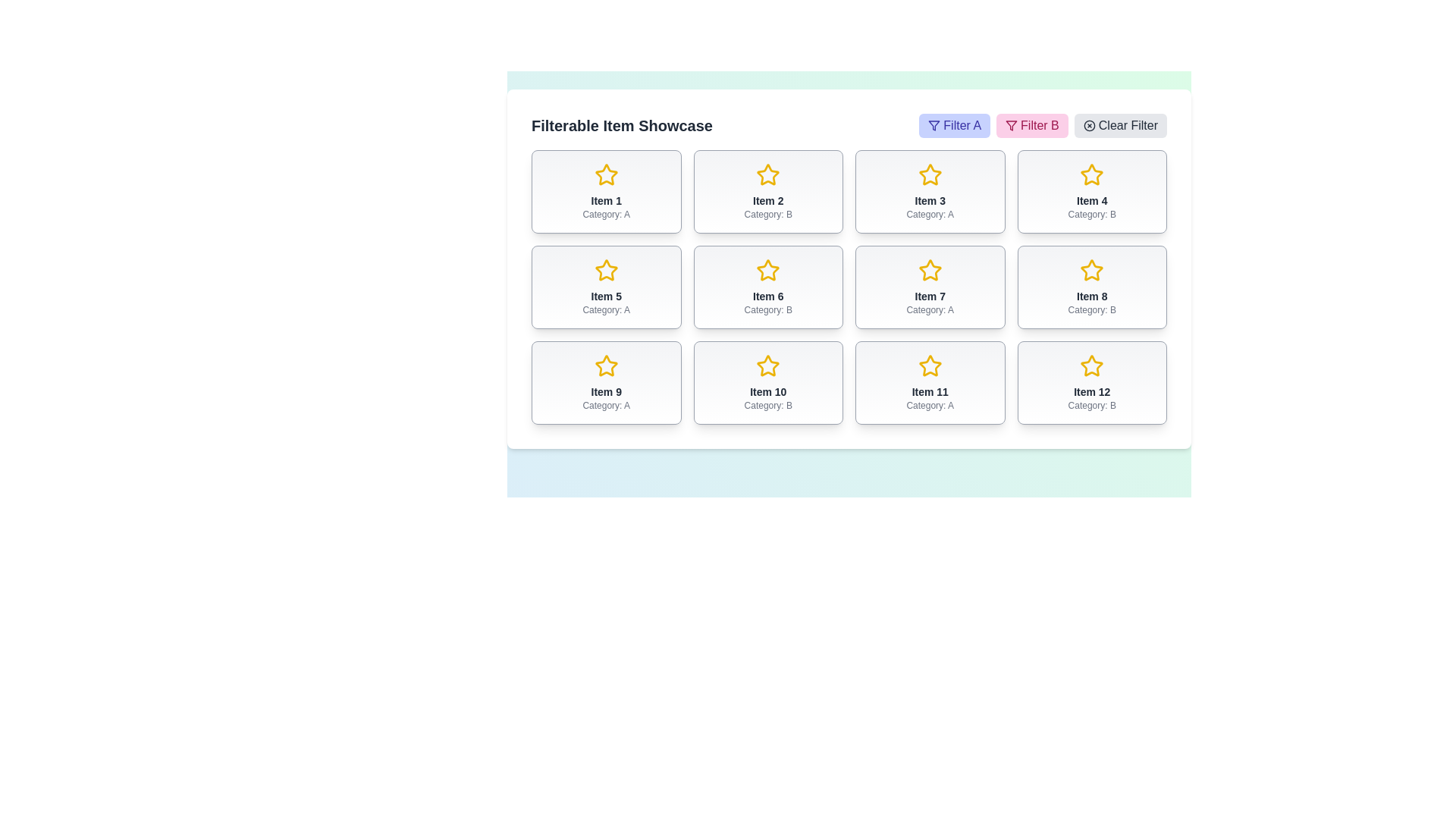  Describe the element at coordinates (929, 174) in the screenshot. I see `the star icon located at the top of the 'Item 3' card to rate or select the associated item` at that location.